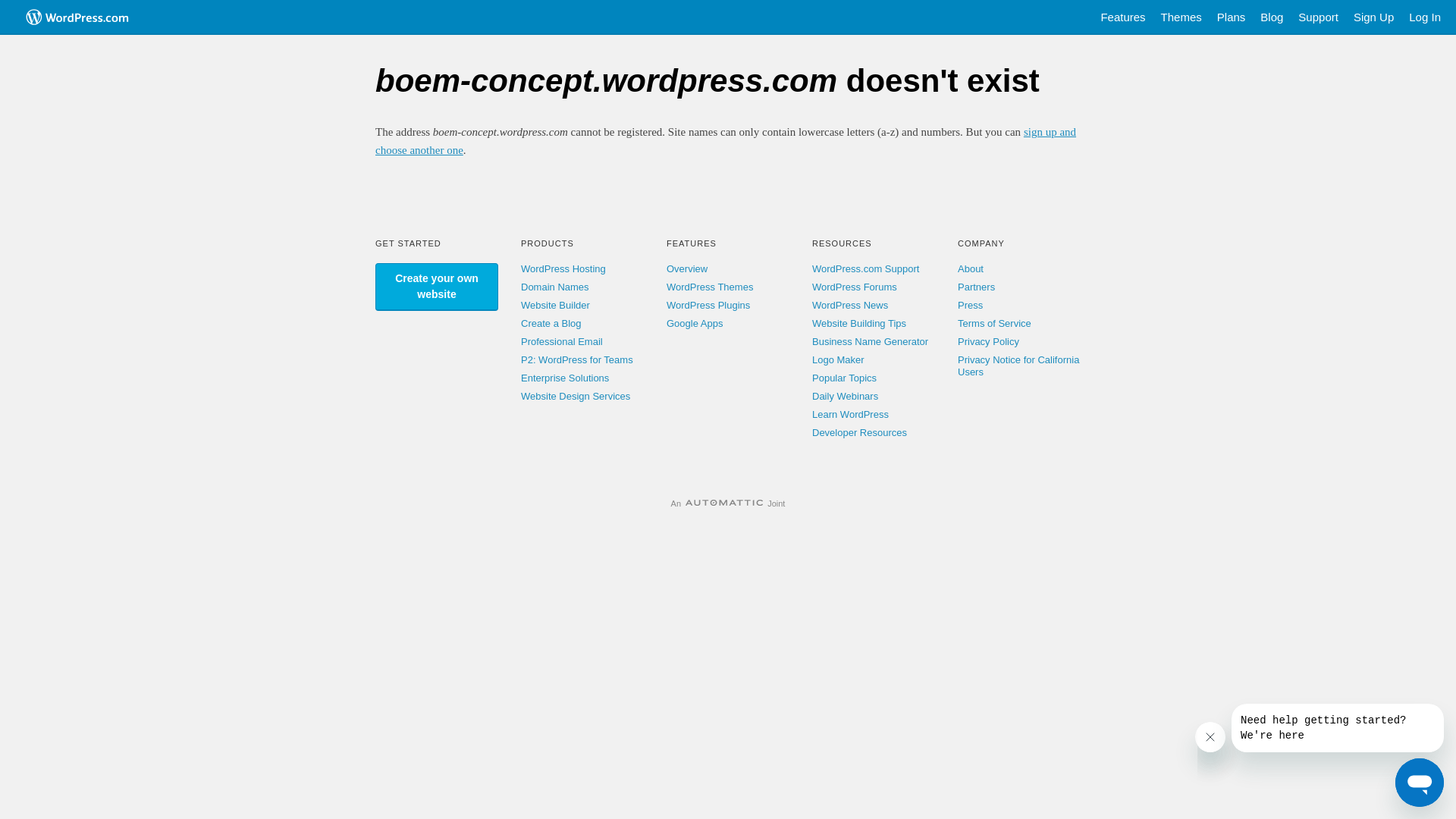 This screenshot has height=819, width=1456. What do you see at coordinates (1337, 727) in the screenshot?
I see `'Message from company'` at bounding box center [1337, 727].